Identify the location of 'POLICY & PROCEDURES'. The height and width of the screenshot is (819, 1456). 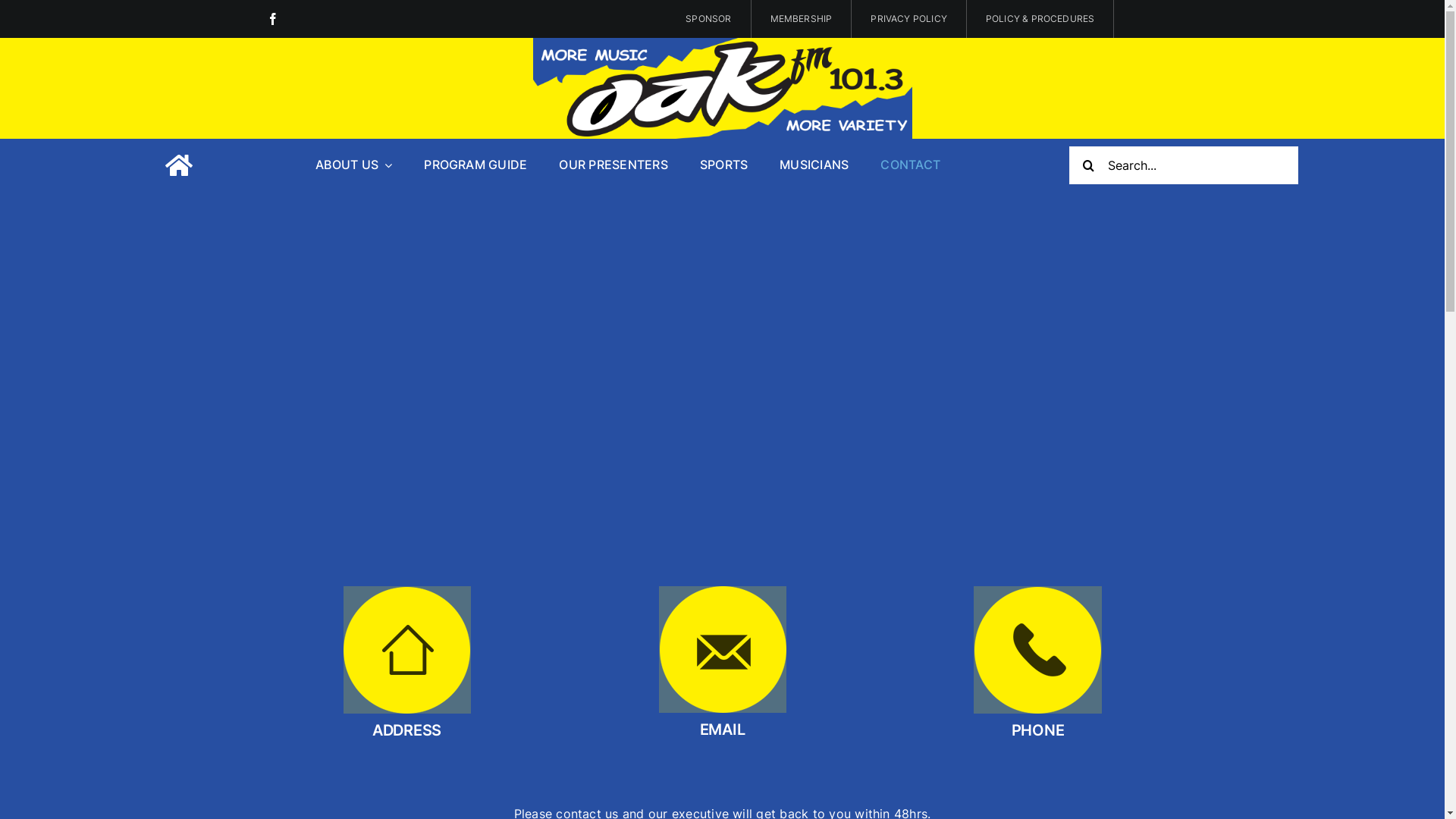
(1040, 18).